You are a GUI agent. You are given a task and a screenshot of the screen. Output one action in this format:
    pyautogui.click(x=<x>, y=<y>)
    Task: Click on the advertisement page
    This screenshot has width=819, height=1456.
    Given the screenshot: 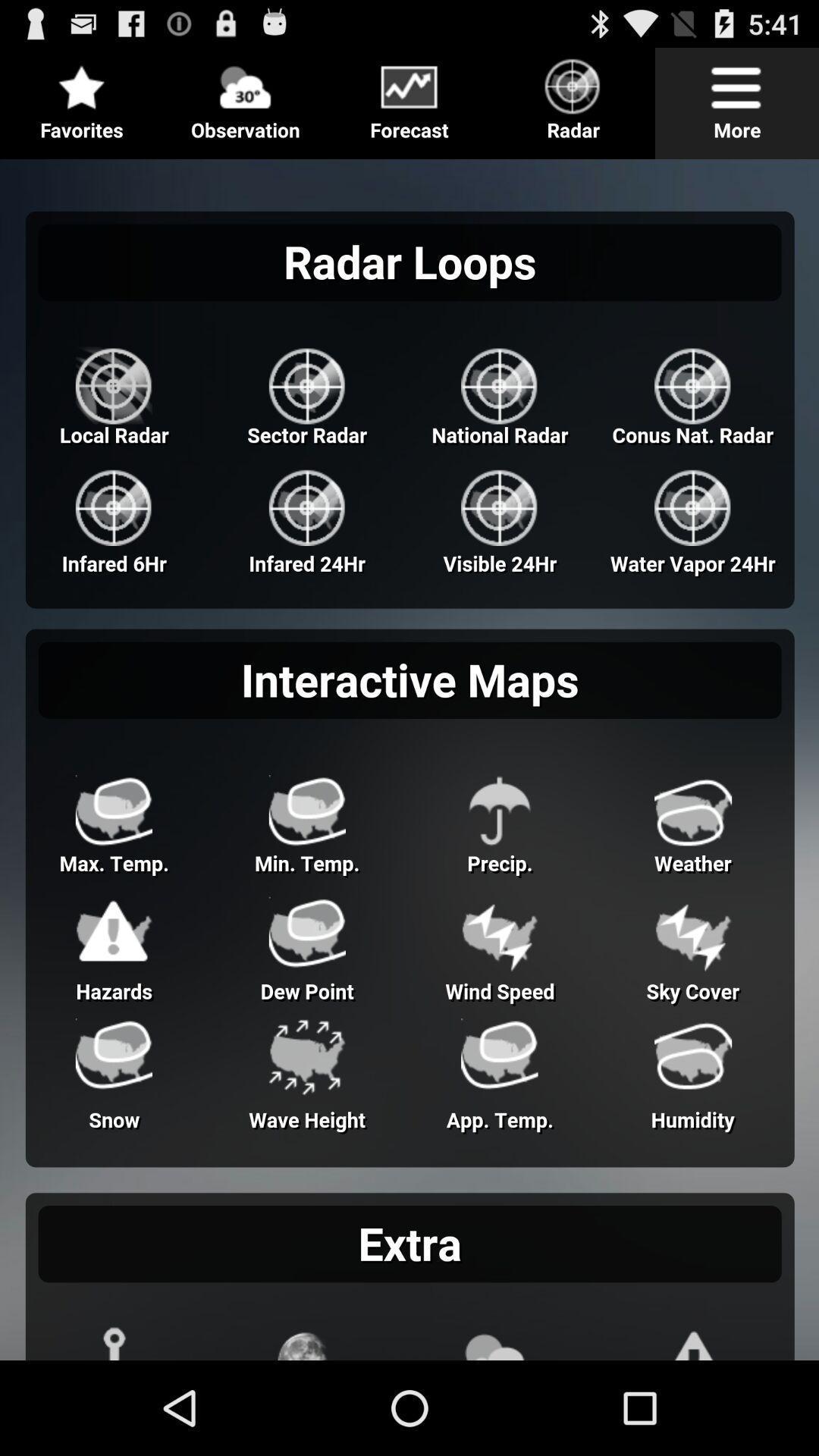 What is the action you would take?
    pyautogui.click(x=409, y=754)
    